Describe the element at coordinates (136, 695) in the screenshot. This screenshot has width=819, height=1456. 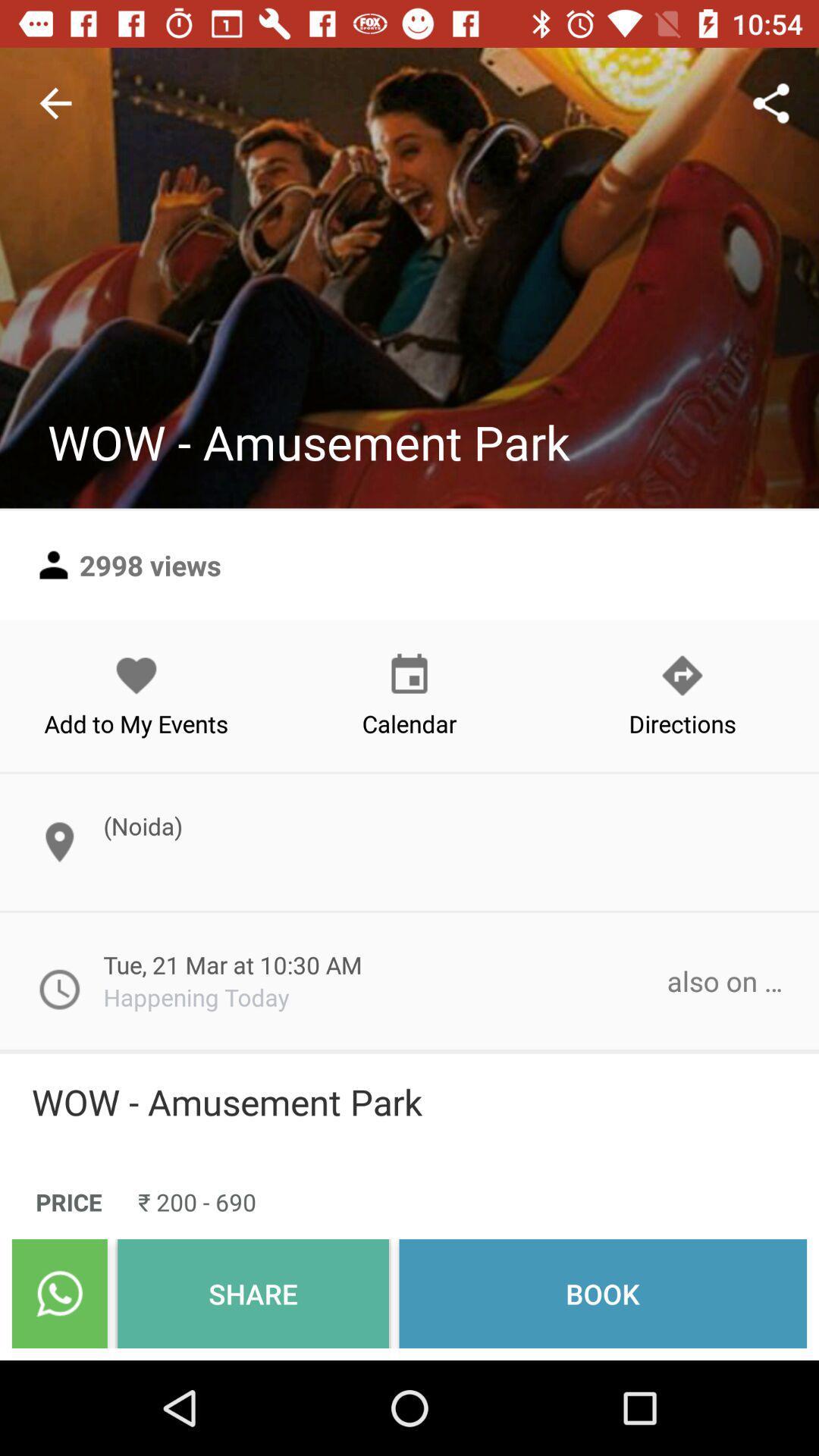
I see `add to my icon` at that location.